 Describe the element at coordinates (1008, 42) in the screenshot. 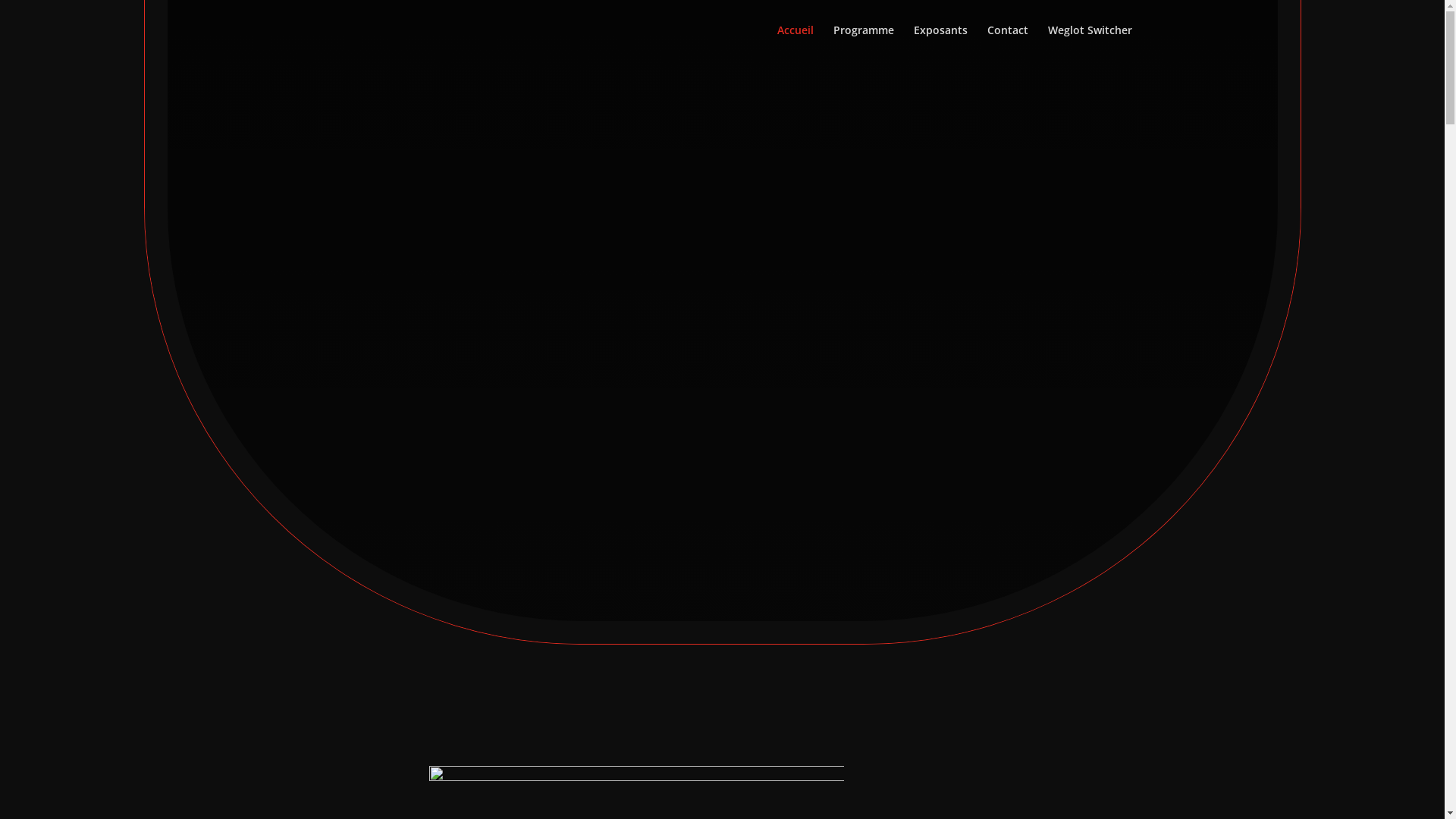

I see `'Contact'` at that location.